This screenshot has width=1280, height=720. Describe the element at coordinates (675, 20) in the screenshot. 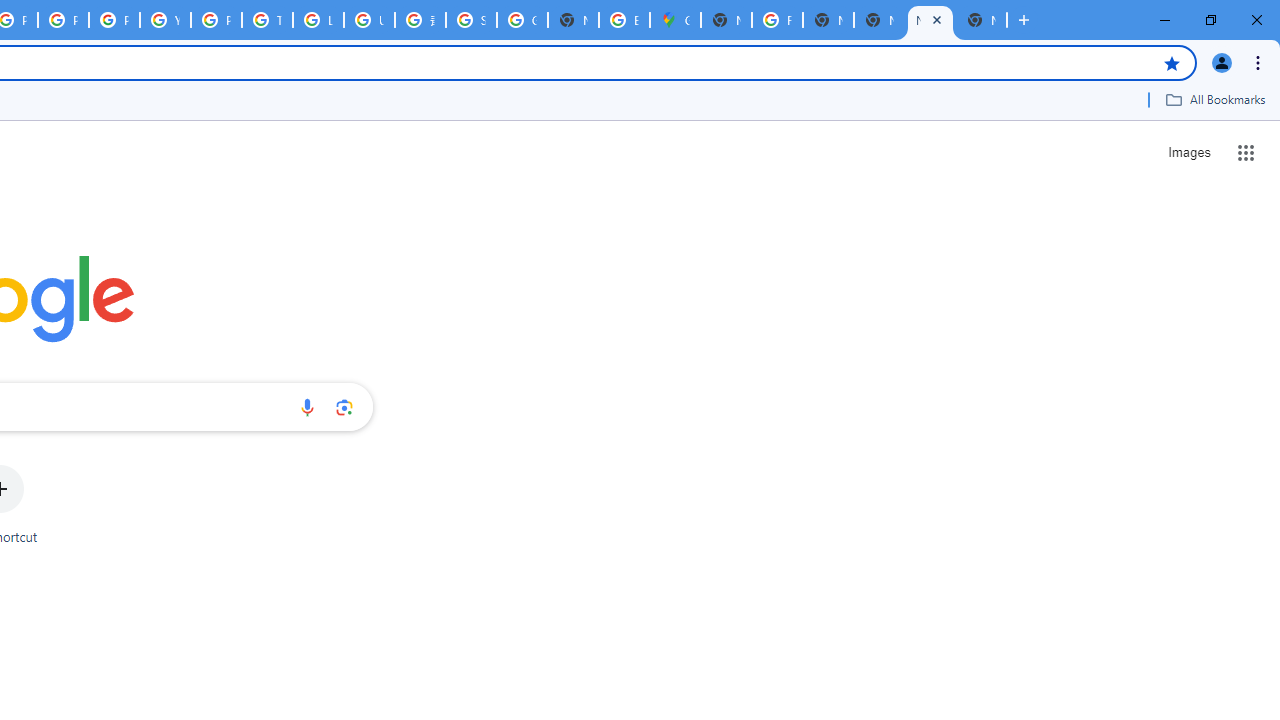

I see `'Google Maps'` at that location.